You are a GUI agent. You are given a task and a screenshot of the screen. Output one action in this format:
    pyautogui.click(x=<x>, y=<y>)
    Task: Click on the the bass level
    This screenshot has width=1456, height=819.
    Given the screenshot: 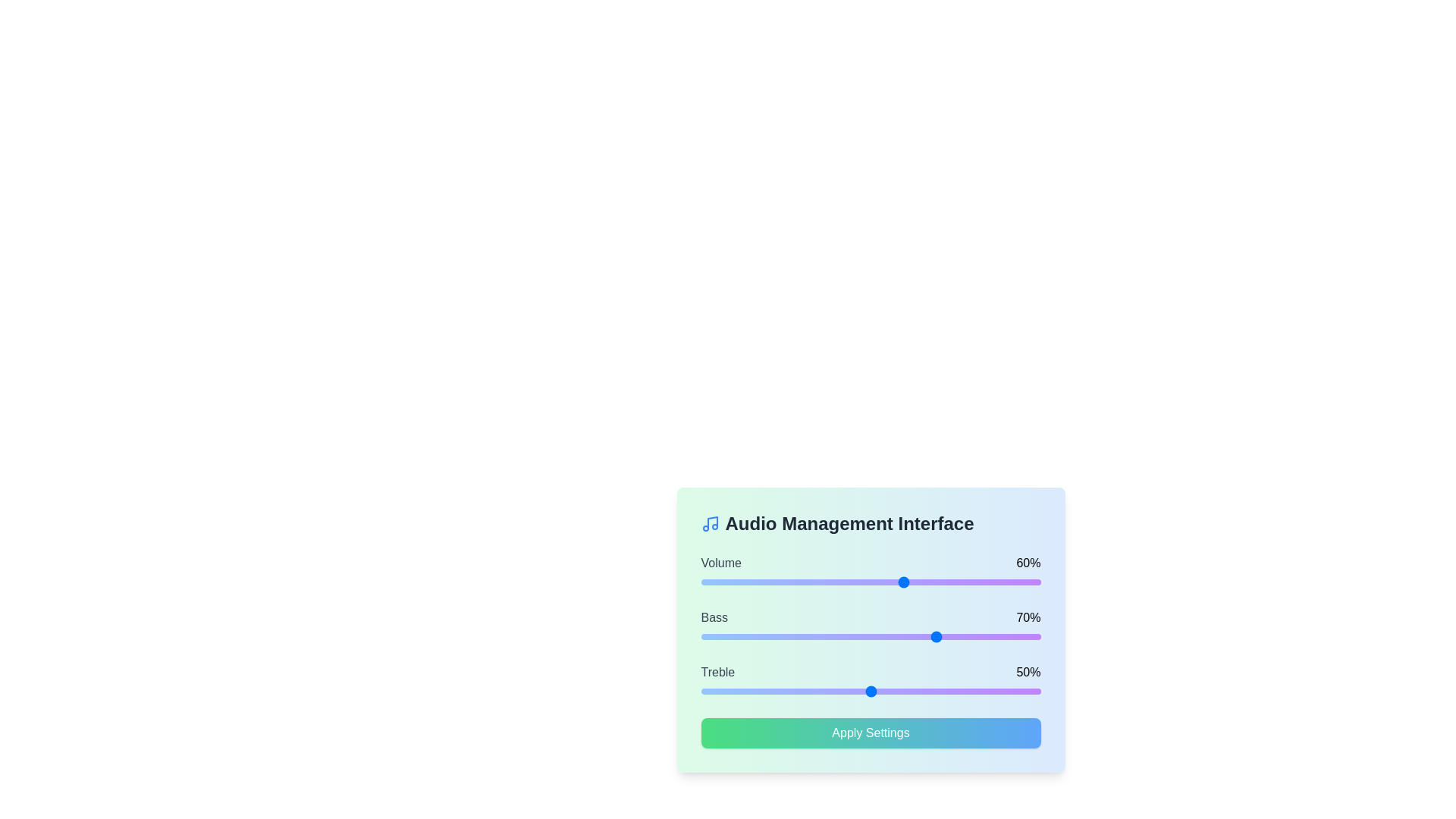 What is the action you would take?
    pyautogui.click(x=839, y=637)
    